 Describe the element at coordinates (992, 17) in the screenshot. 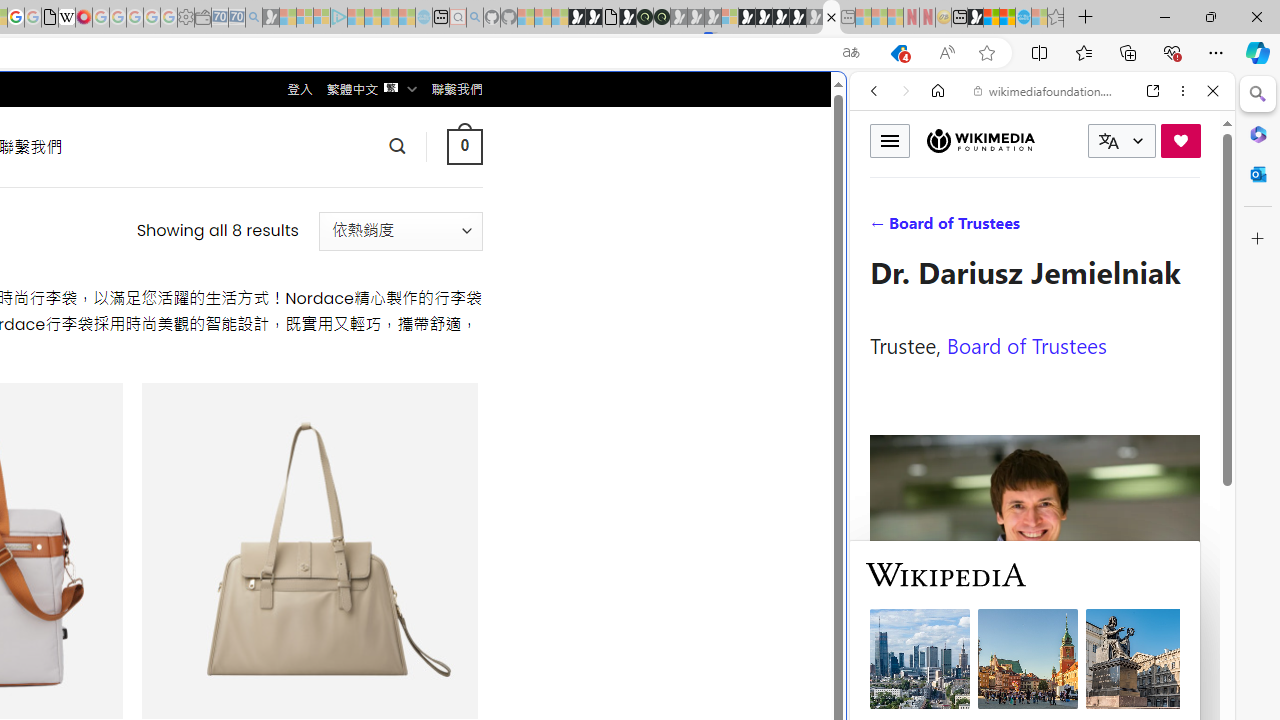

I see `'World - MSN'` at that location.